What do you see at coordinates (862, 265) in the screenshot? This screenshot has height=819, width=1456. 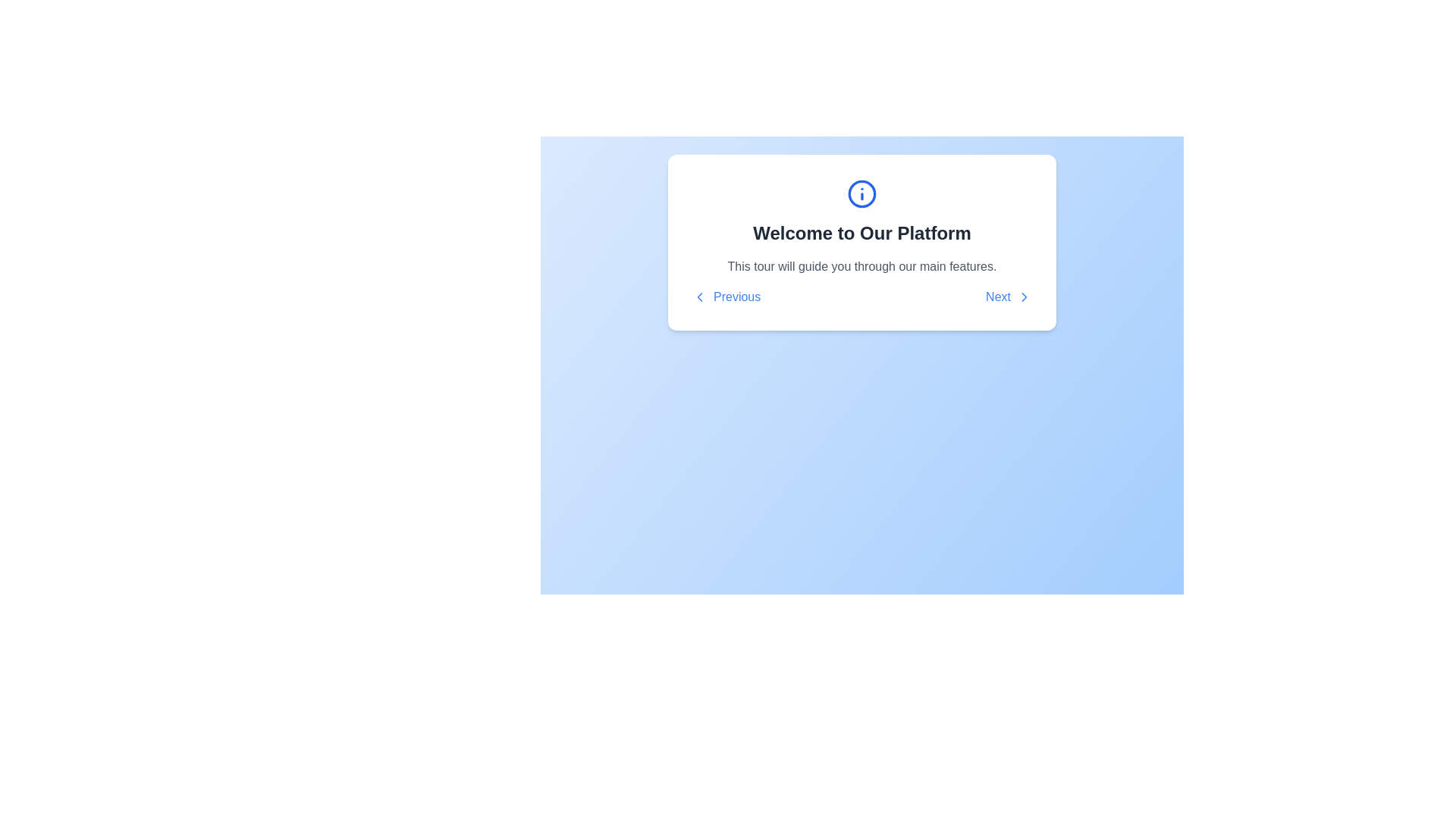 I see `the Text Label that provides information about the feature tour, located below the title 'Welcome to Our Platform' and above the navigation buttons 'Previous' and 'Next'` at bounding box center [862, 265].